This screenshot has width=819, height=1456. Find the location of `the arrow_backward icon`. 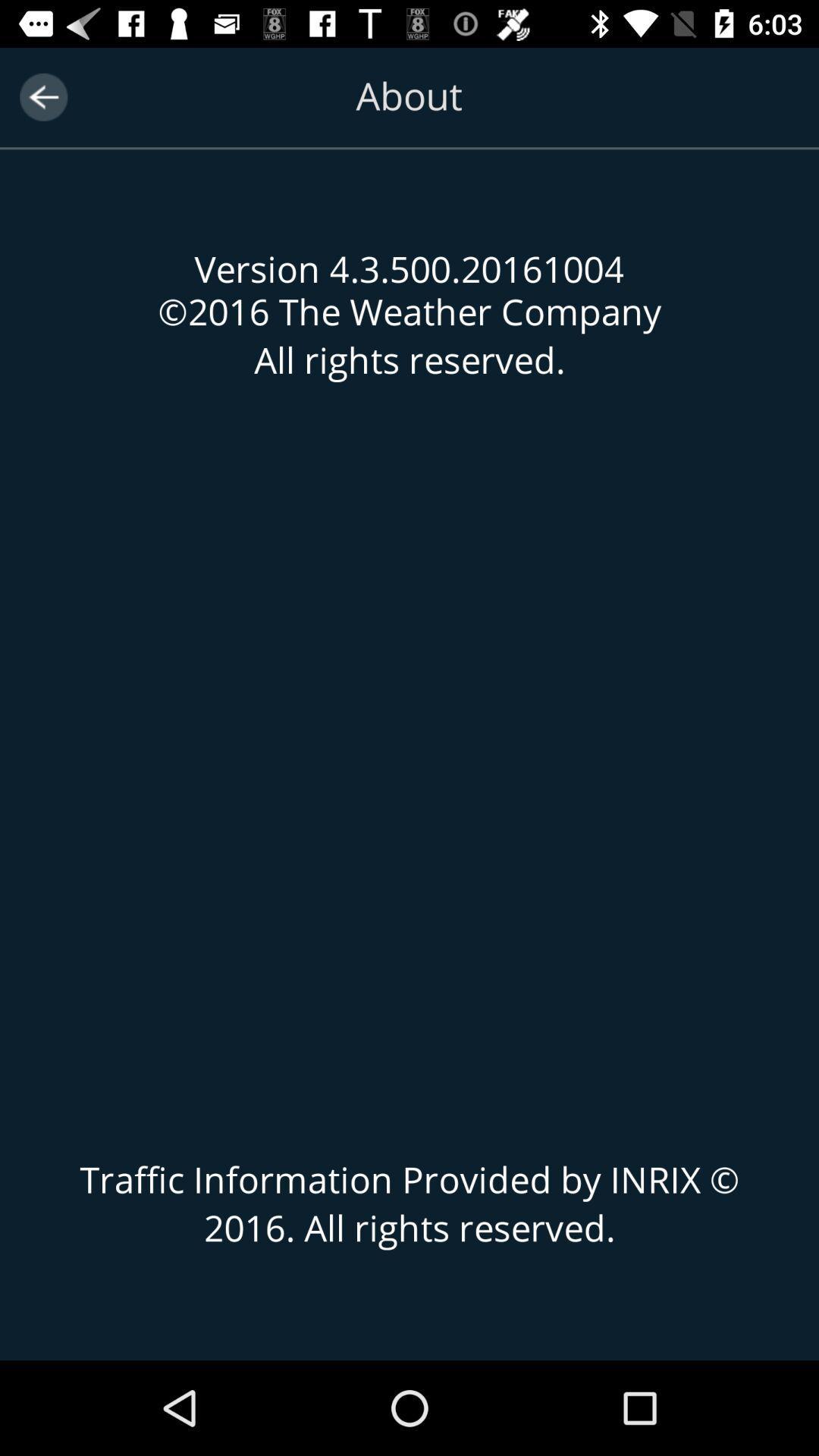

the arrow_backward icon is located at coordinates (42, 96).